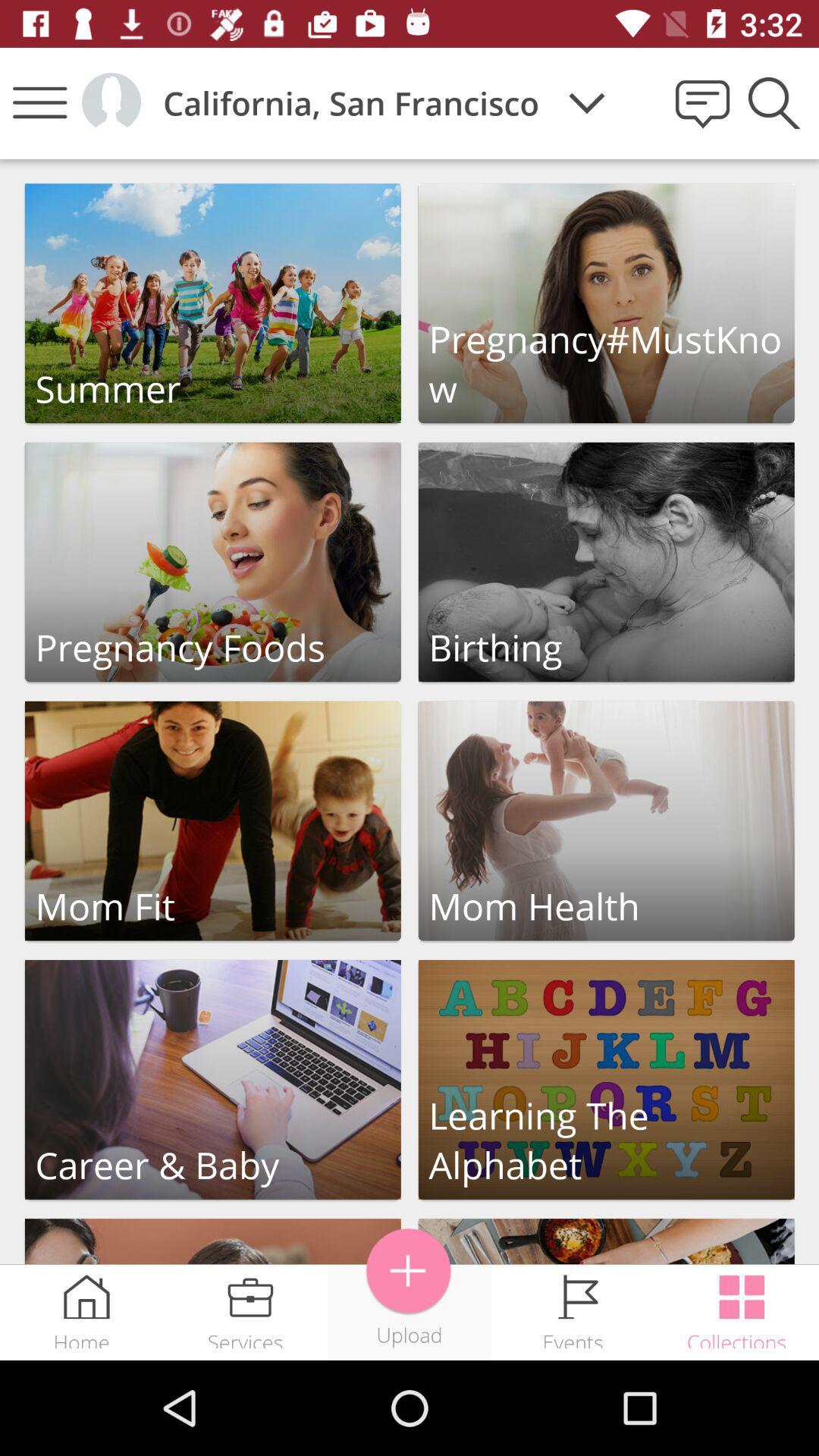  What do you see at coordinates (212, 820) in the screenshot?
I see `open mom fit section` at bounding box center [212, 820].